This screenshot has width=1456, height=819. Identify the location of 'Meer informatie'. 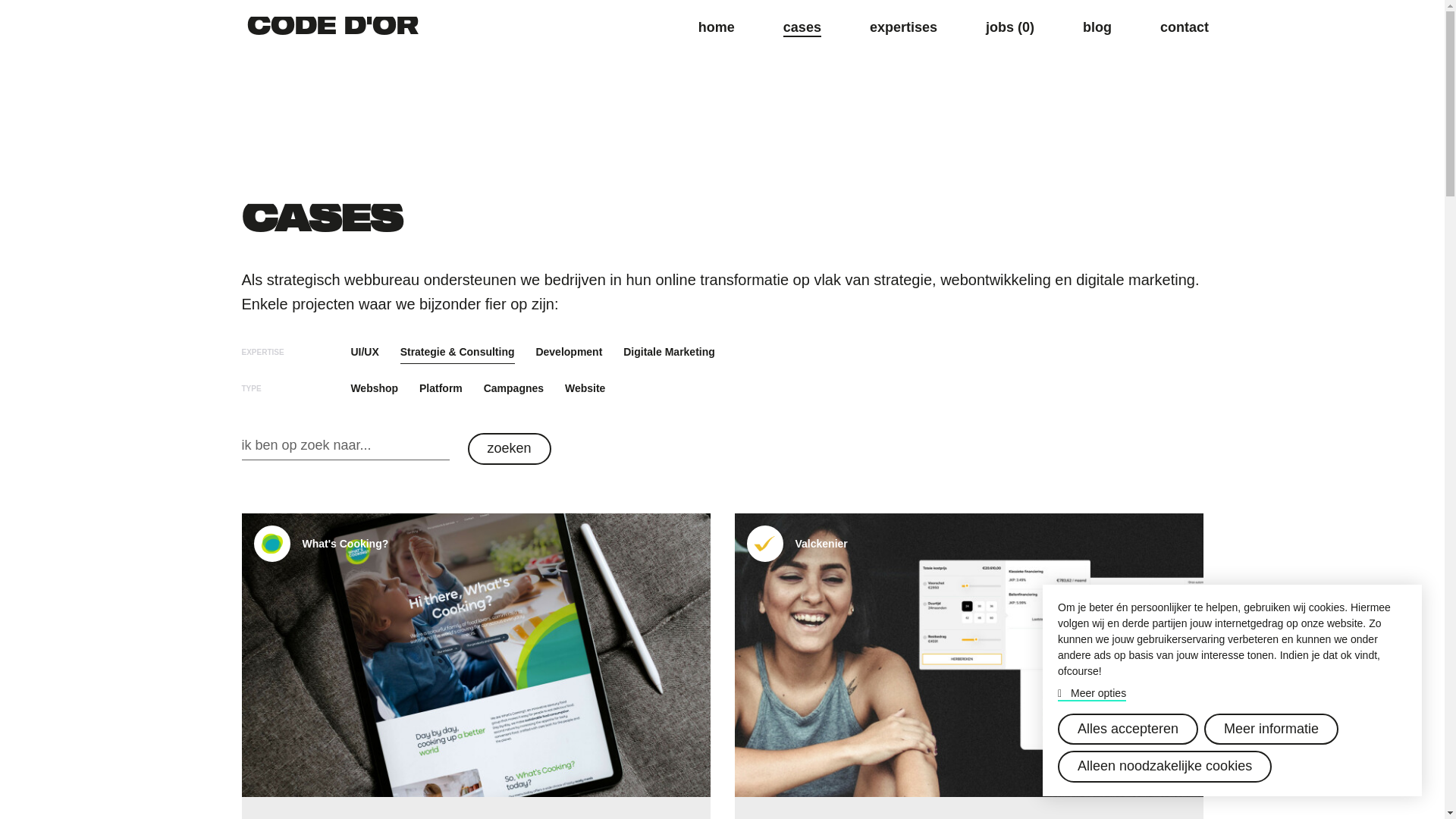
(1271, 728).